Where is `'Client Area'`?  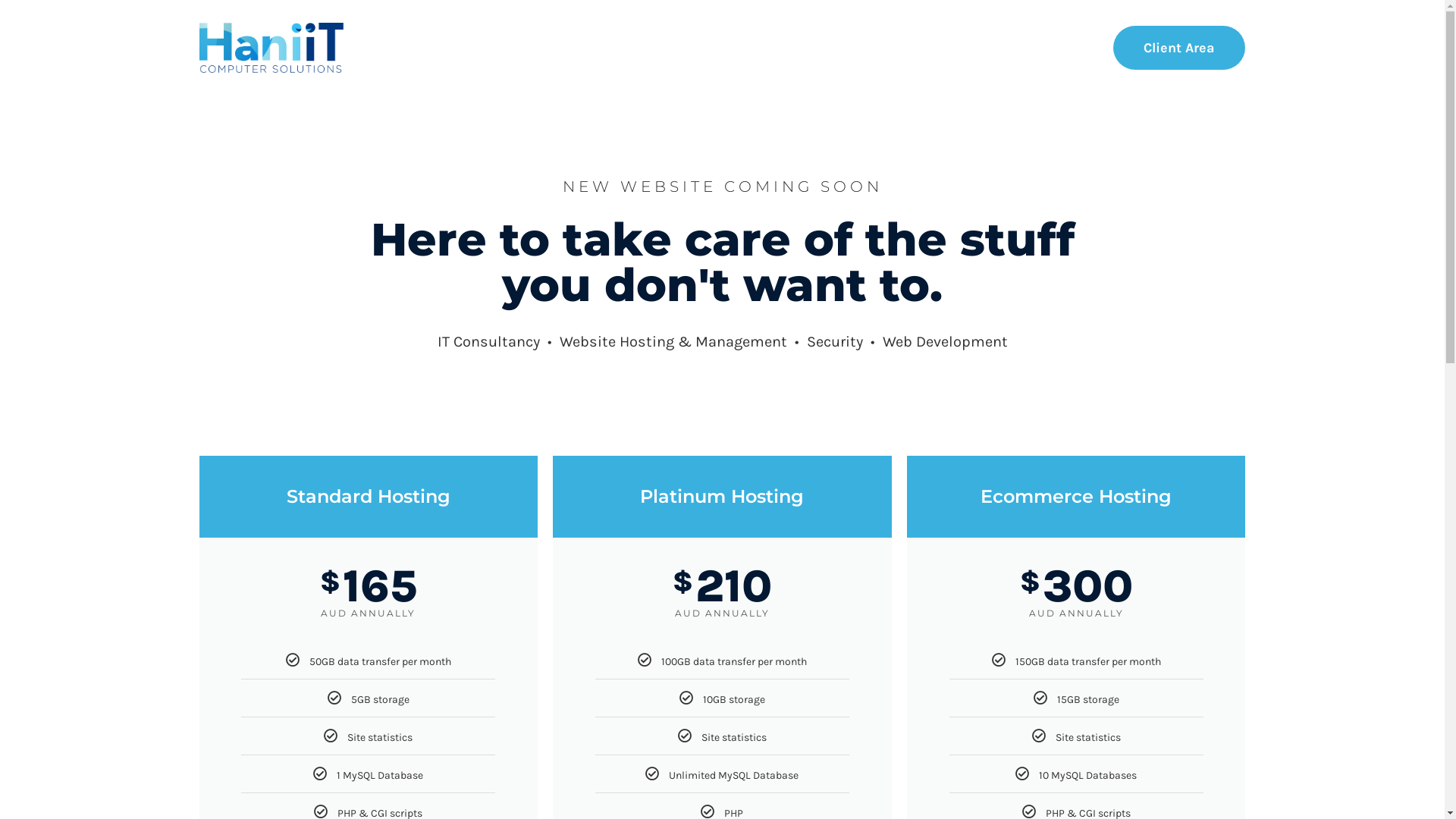
'Client Area' is located at coordinates (1113, 46).